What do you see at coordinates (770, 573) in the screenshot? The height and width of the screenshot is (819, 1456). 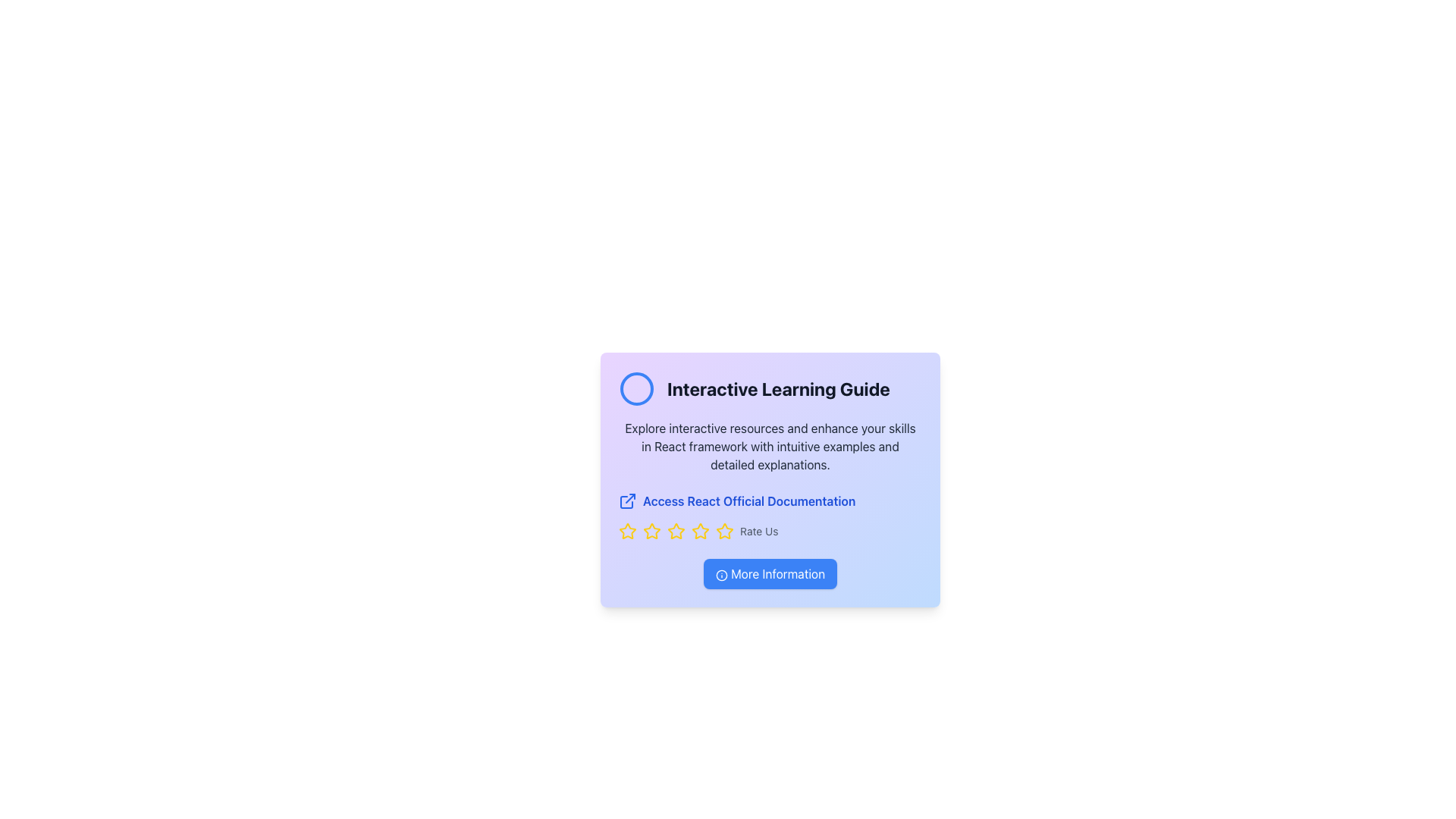 I see `the button located at the bottom of the 'Interactive Learning Guide' card` at bounding box center [770, 573].